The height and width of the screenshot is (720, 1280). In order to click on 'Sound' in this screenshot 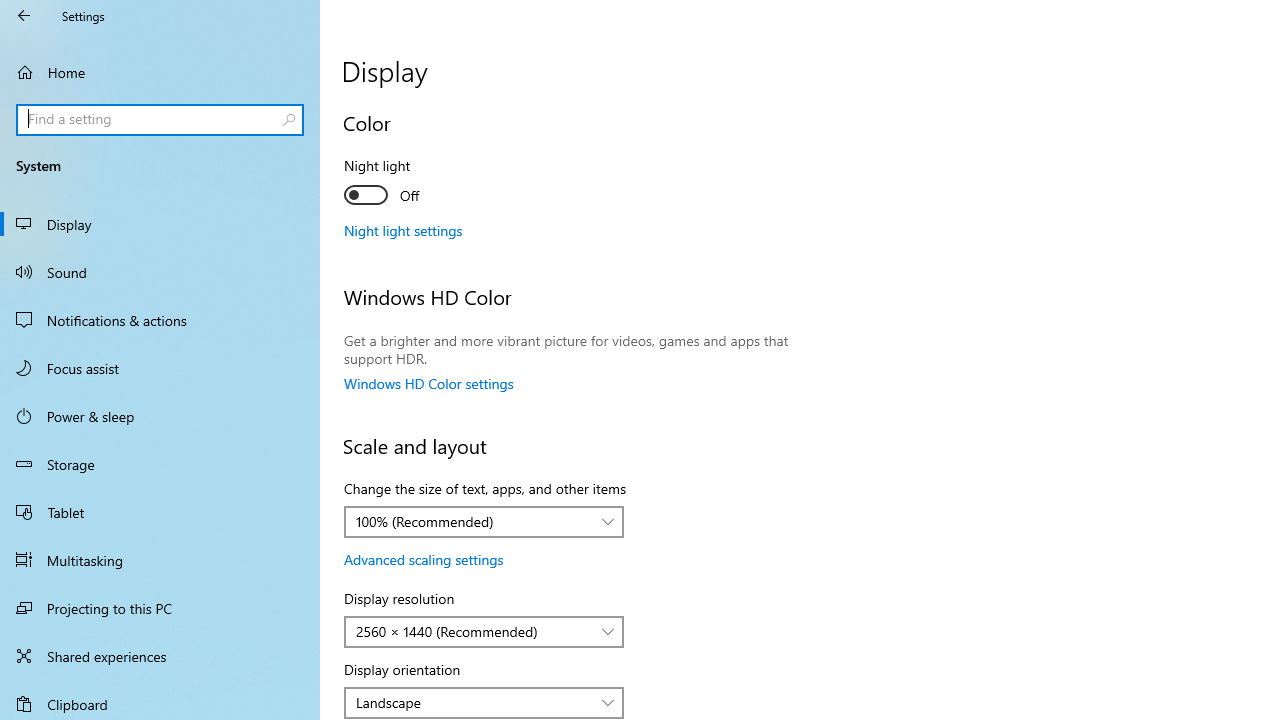, I will do `click(160, 271)`.